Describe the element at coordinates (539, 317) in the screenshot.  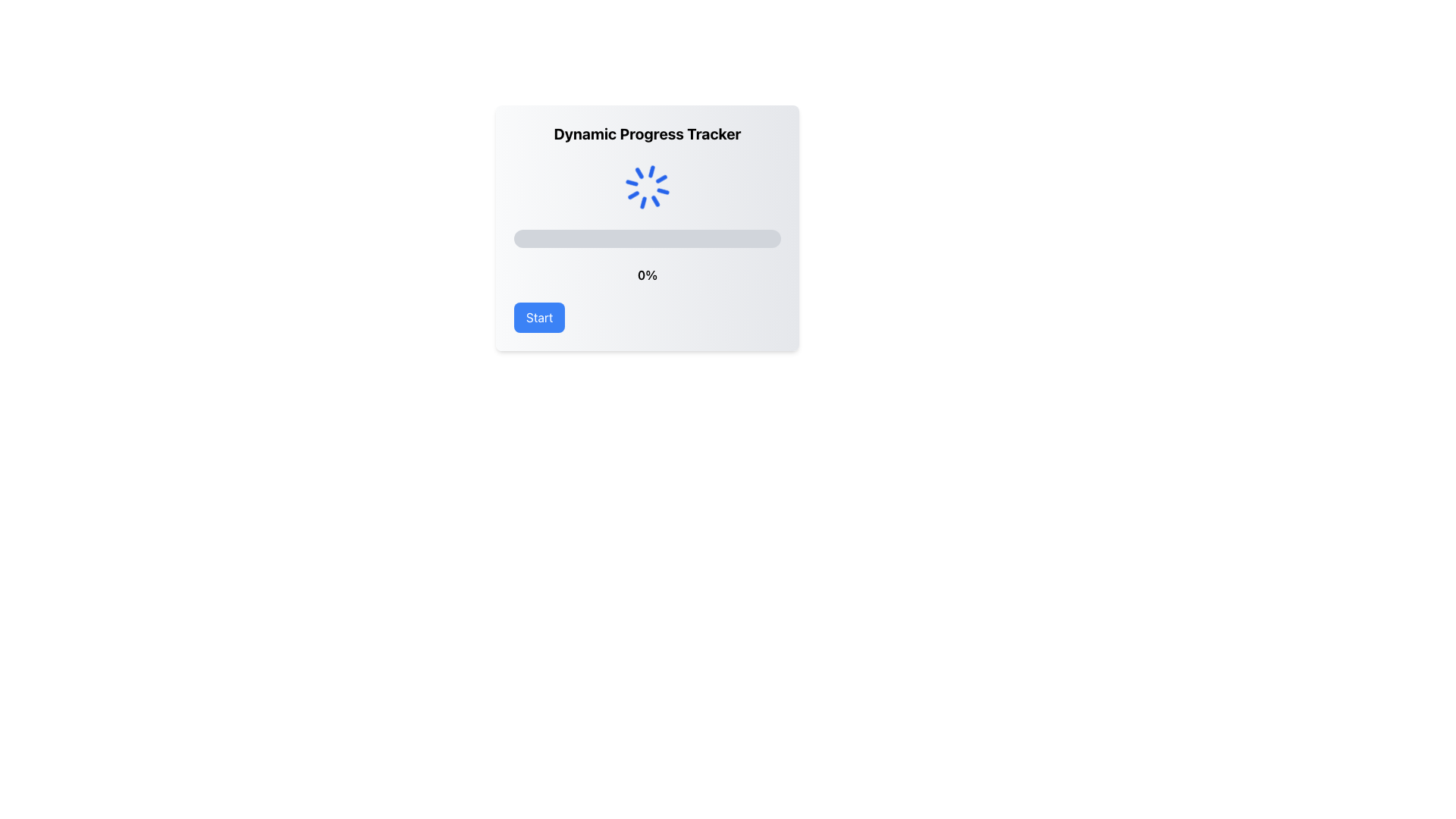
I see `the 'Start' button, which is a rectangular button with rounded corners and a blue background, located at the bottom-left corner of the 'Dynamic Progress Tracker' card interface` at that location.